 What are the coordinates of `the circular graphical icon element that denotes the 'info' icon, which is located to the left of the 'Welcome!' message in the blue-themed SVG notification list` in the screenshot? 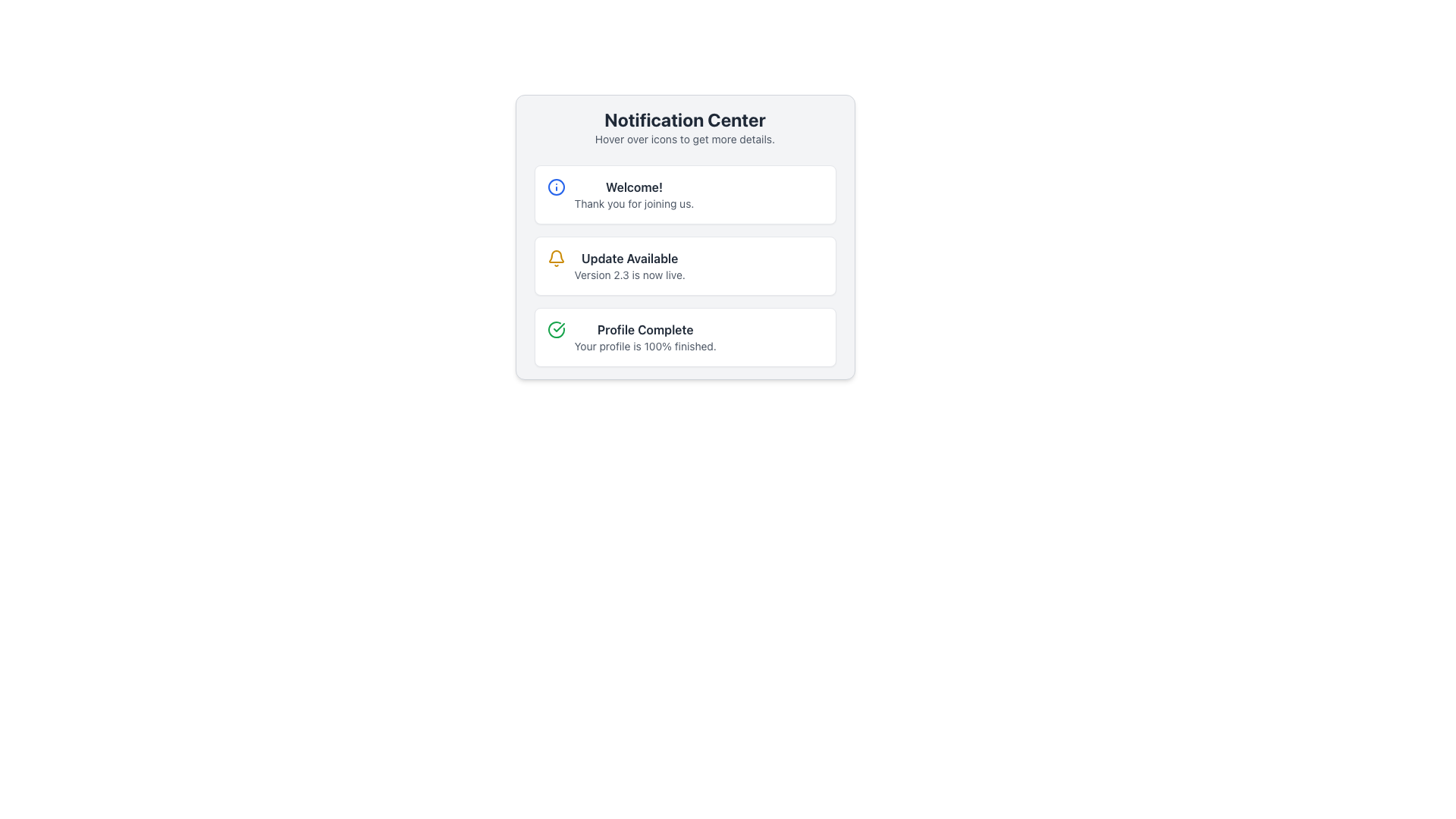 It's located at (555, 186).